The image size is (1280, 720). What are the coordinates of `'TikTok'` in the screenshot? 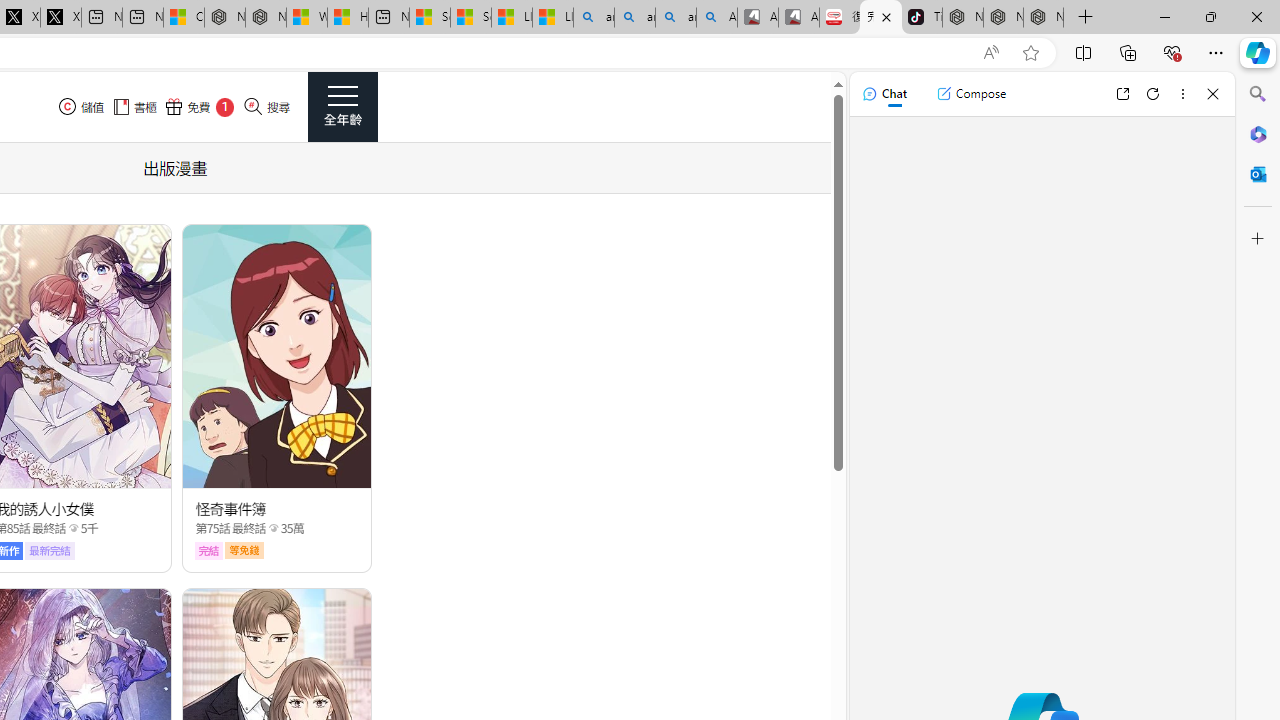 It's located at (921, 17).